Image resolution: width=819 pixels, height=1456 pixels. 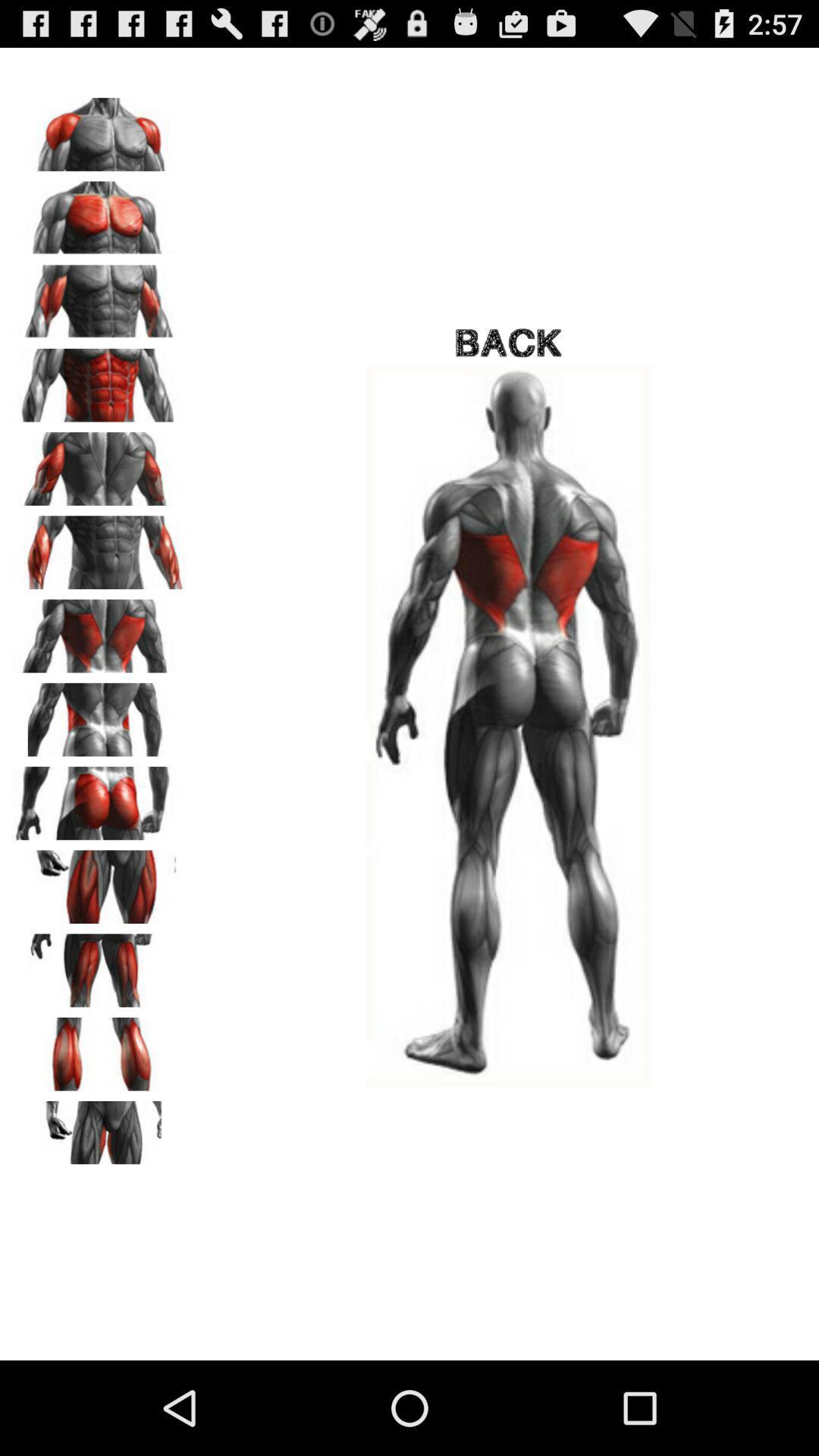 What do you see at coordinates (99, 1048) in the screenshot?
I see `zoom to area` at bounding box center [99, 1048].